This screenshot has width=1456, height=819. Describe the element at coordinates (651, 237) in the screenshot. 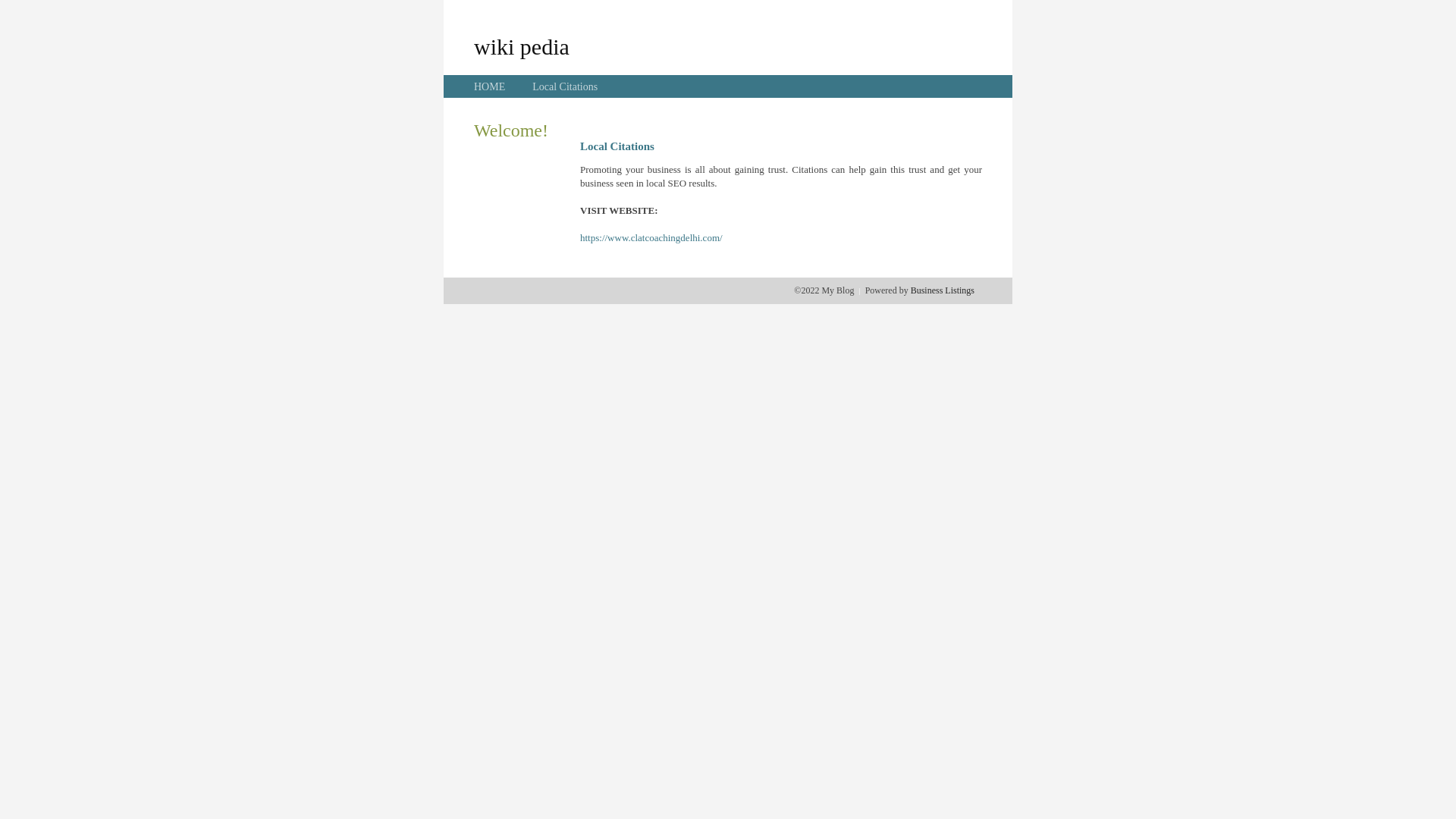

I see `'https://www.clatcoachingdelhi.com/'` at that location.